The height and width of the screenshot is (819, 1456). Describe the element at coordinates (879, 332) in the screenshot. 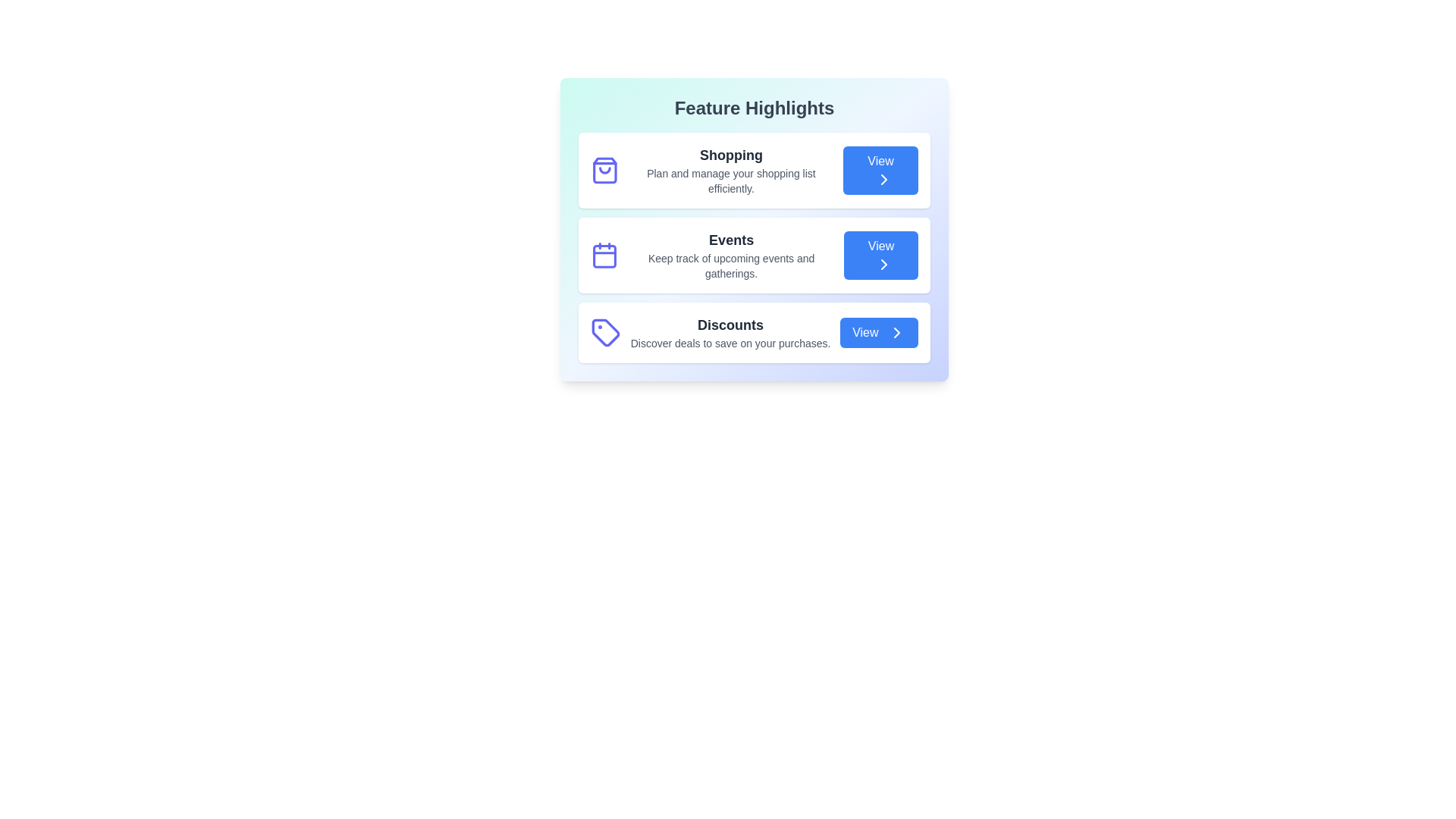

I see `the 'View' button for Discounts` at that location.